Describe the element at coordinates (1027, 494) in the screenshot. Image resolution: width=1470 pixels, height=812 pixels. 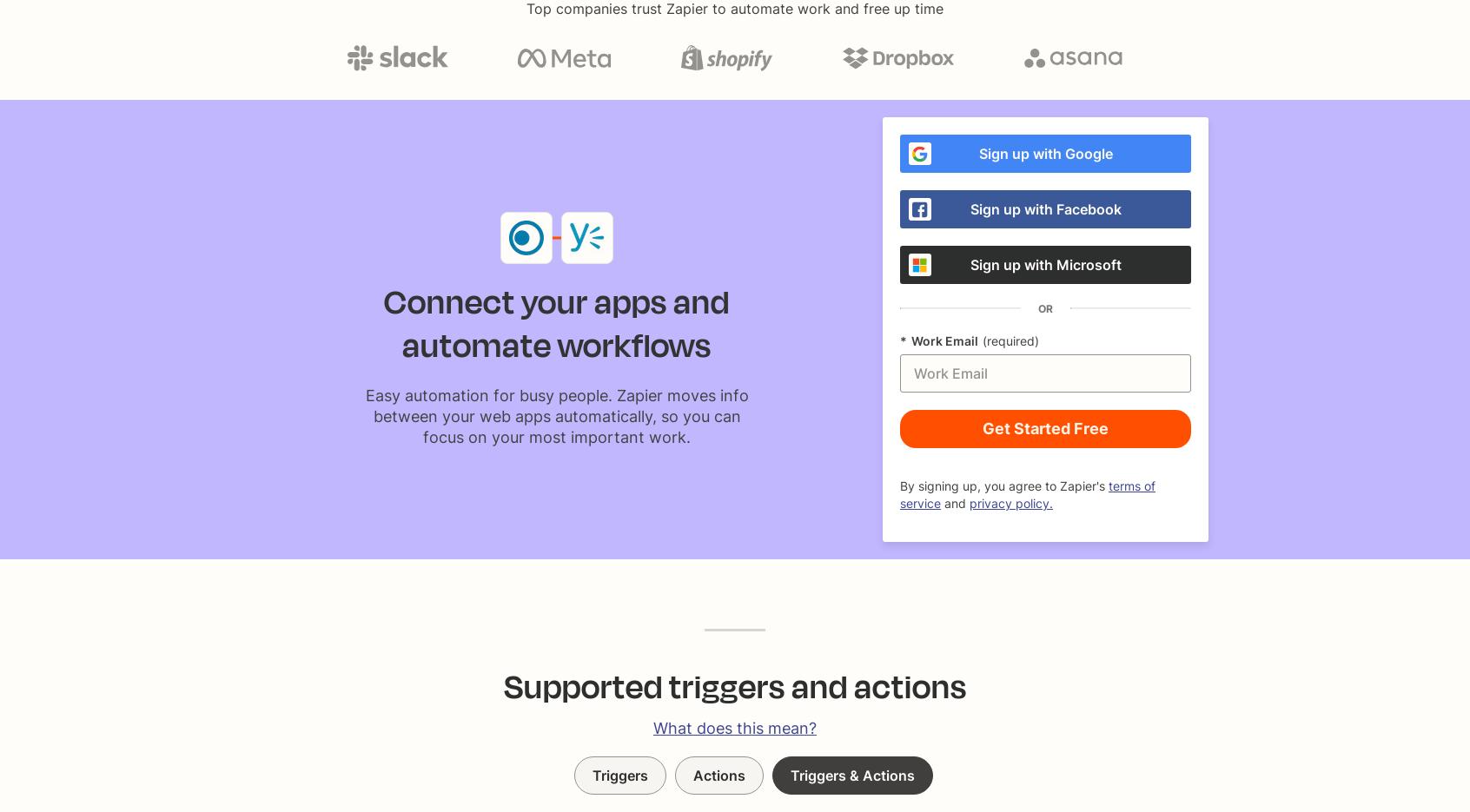
I see `'terms of service'` at that location.